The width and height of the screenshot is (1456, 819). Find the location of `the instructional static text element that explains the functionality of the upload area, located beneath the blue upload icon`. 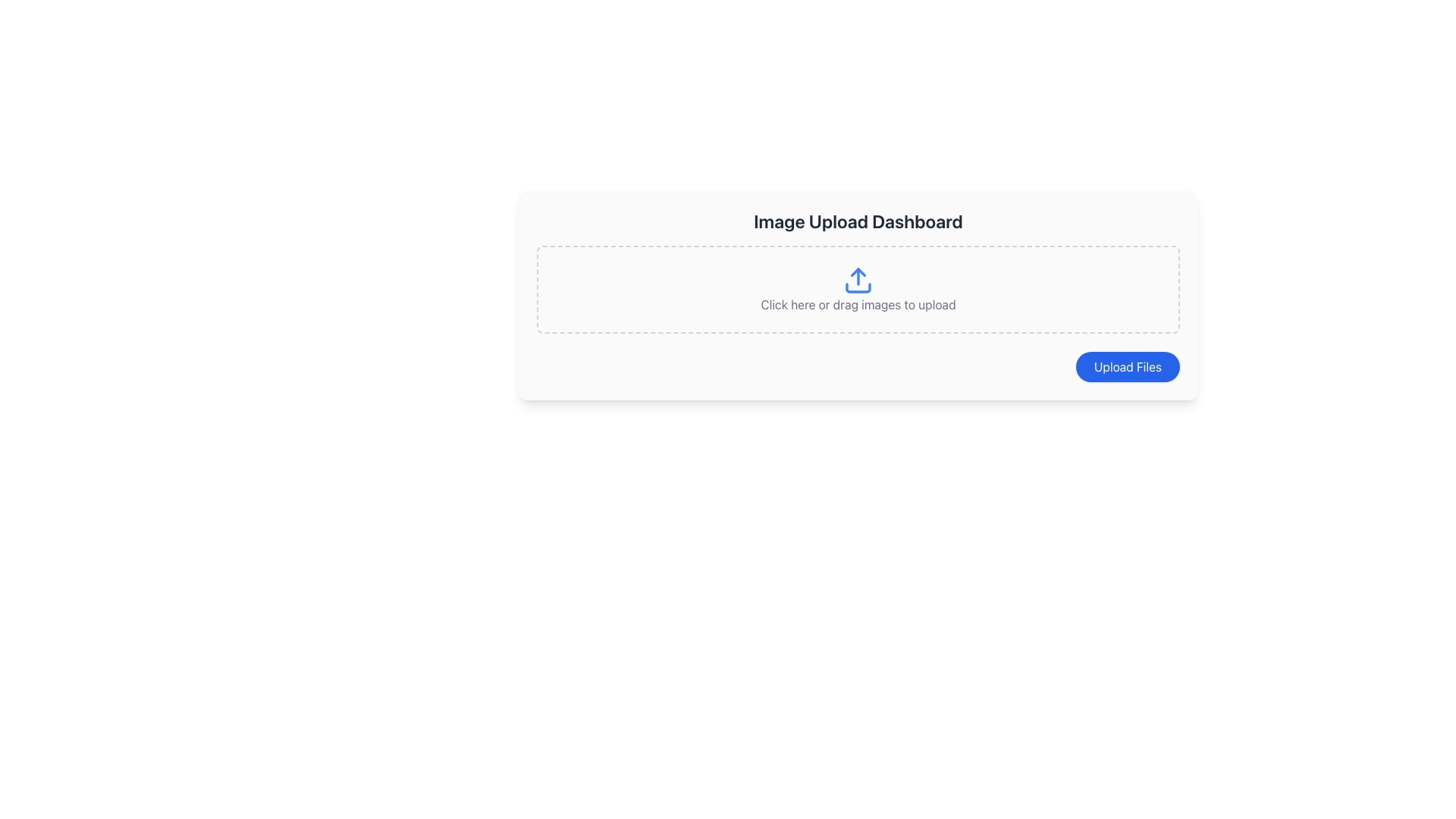

the instructional static text element that explains the functionality of the upload area, located beneath the blue upload icon is located at coordinates (858, 304).